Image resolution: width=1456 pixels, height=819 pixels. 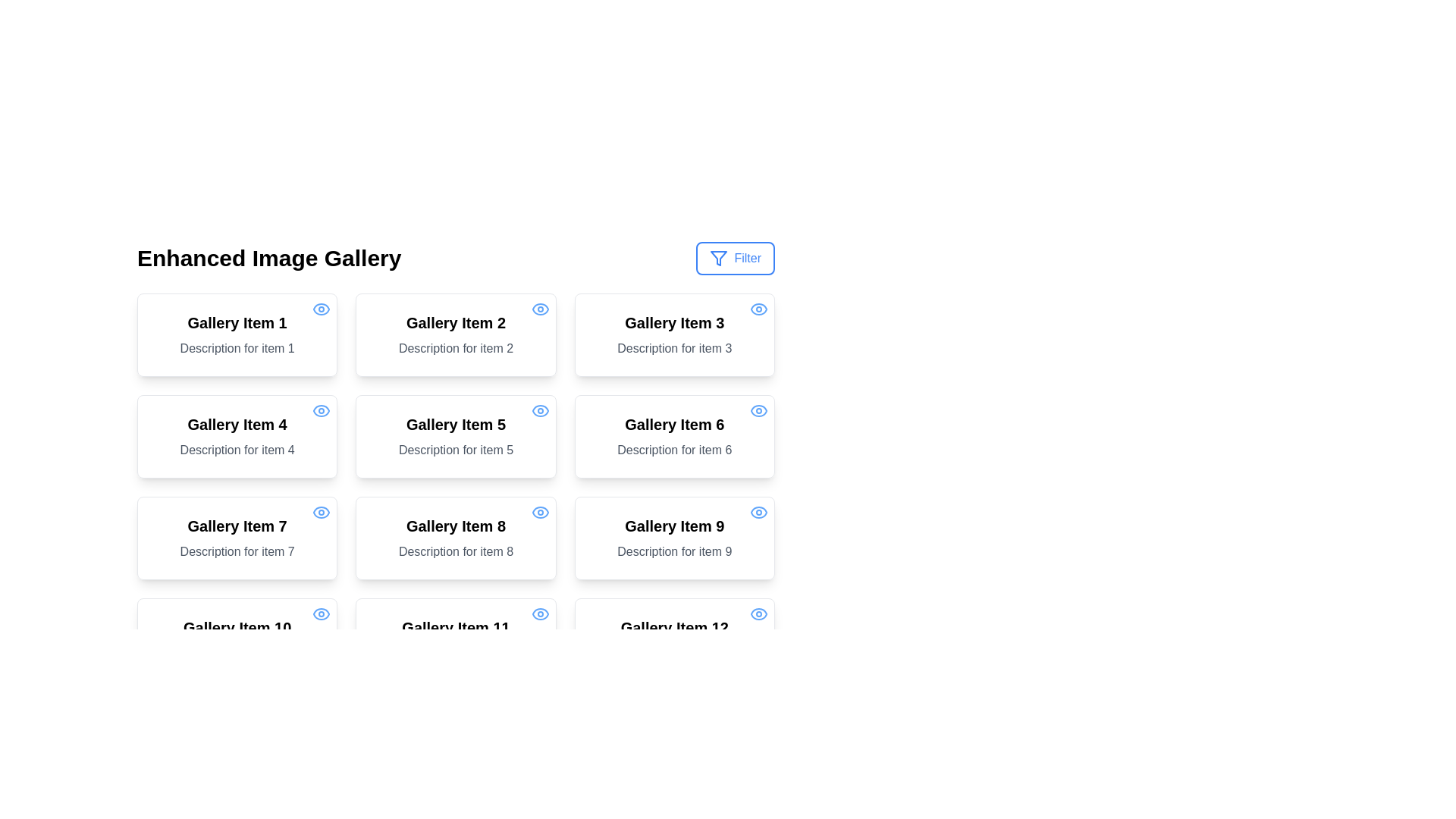 I want to click on the text label reading 'Description for item 5', which is styled in gray and located beneath the title 'Gallery Item 5' in the second row, second column of a grid layout, so click(x=455, y=450).